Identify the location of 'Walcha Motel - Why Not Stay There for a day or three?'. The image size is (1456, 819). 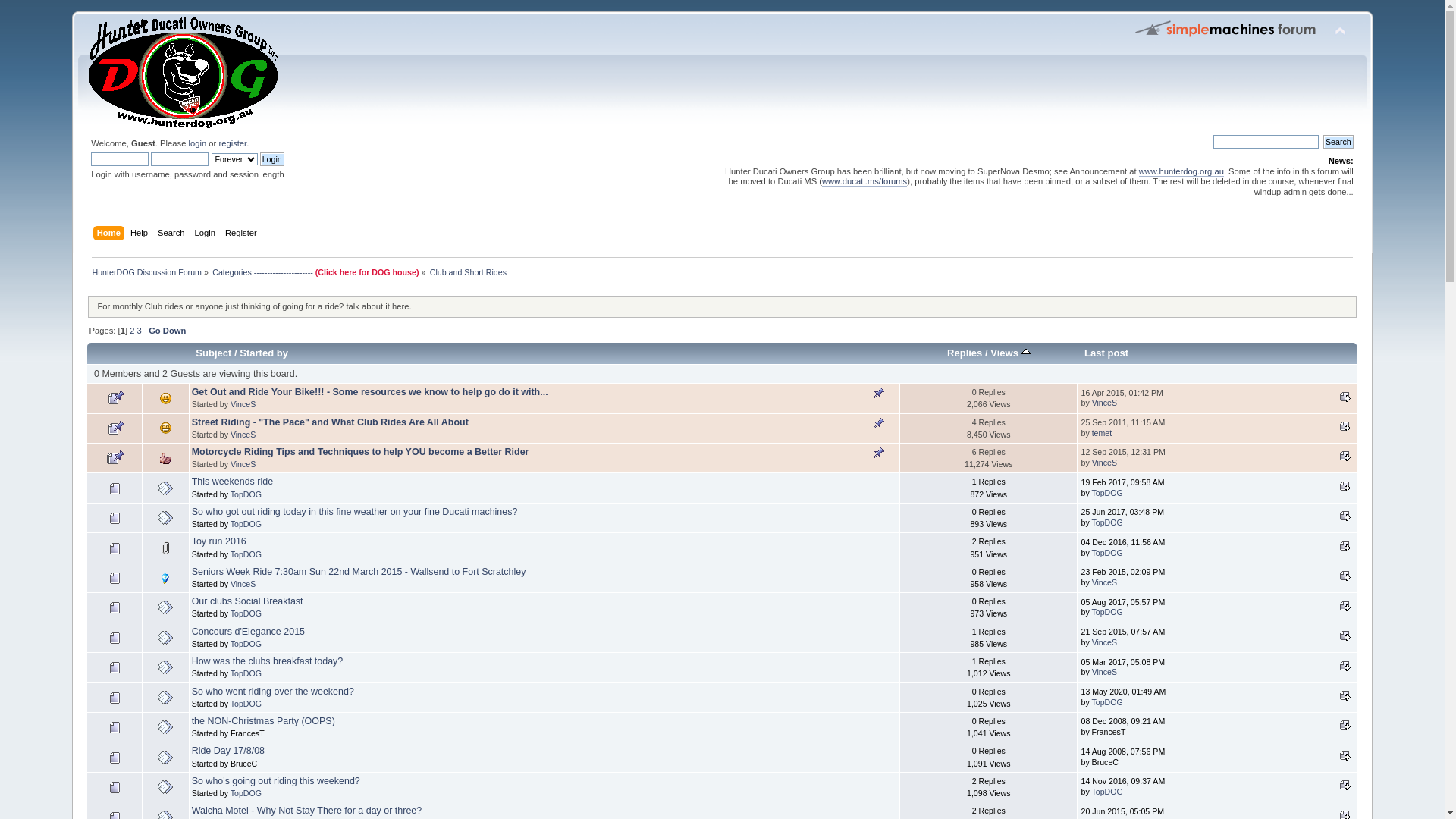
(191, 809).